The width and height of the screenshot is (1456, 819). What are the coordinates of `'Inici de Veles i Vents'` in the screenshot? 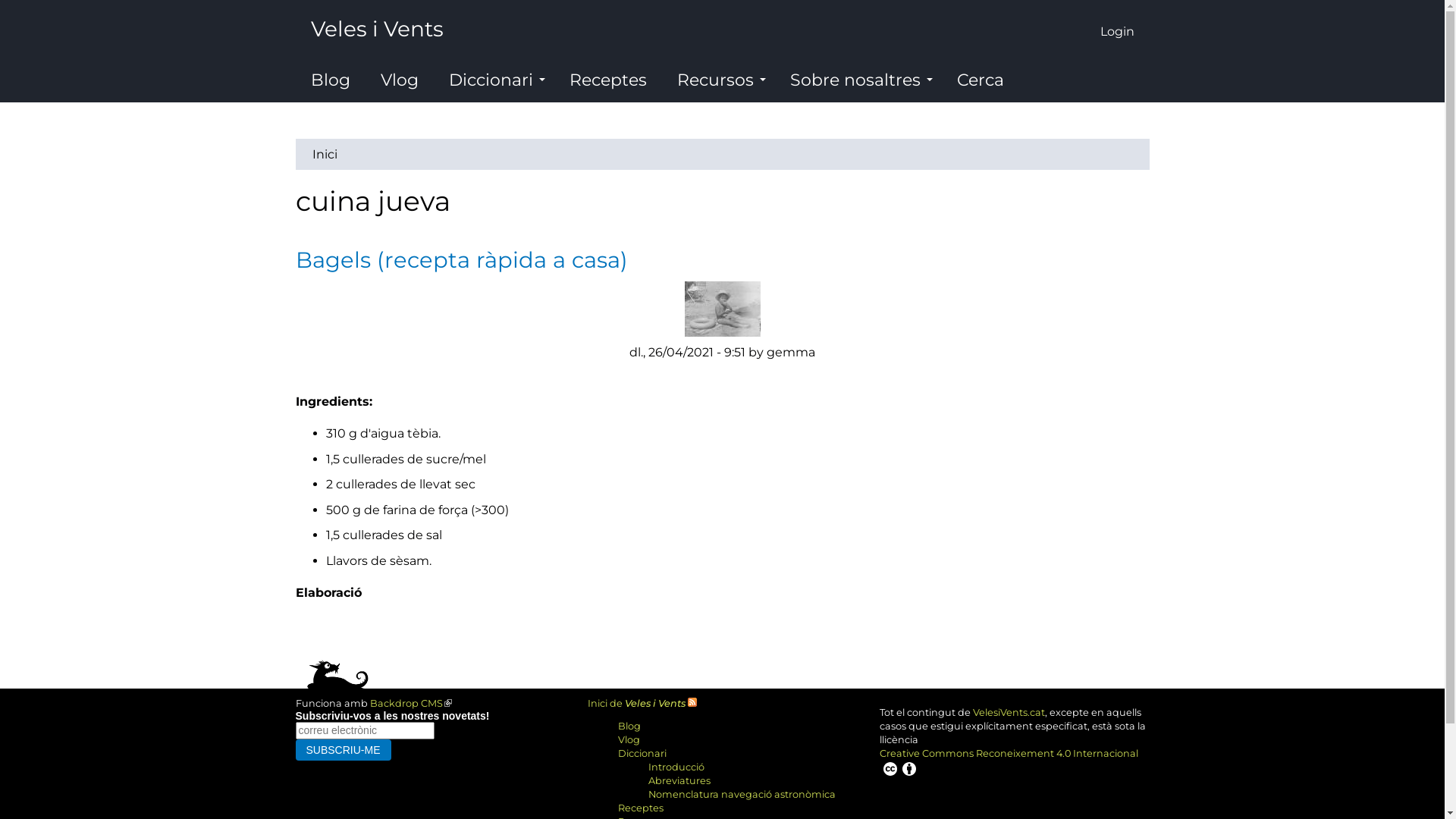 It's located at (636, 703).